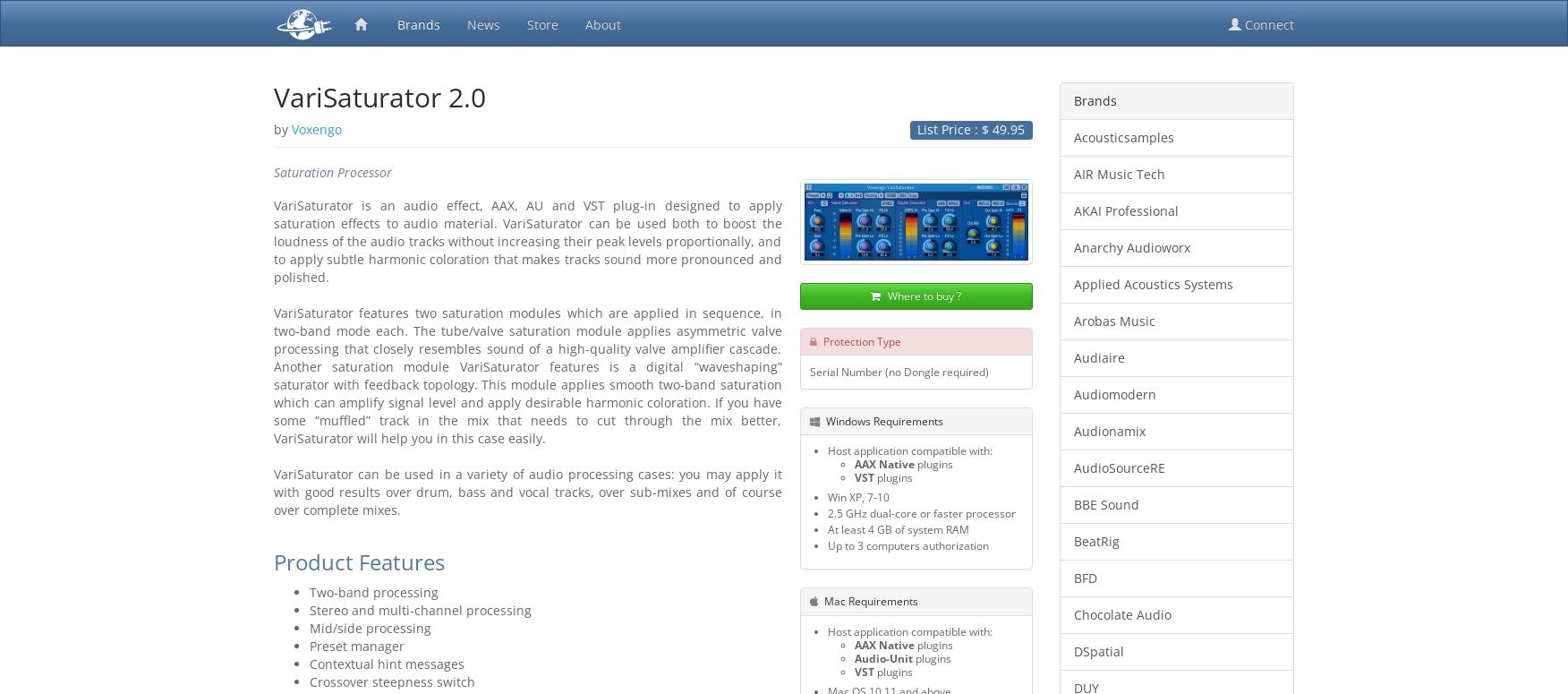  What do you see at coordinates (379, 97) in the screenshot?
I see `'VariSaturator 2.0'` at bounding box center [379, 97].